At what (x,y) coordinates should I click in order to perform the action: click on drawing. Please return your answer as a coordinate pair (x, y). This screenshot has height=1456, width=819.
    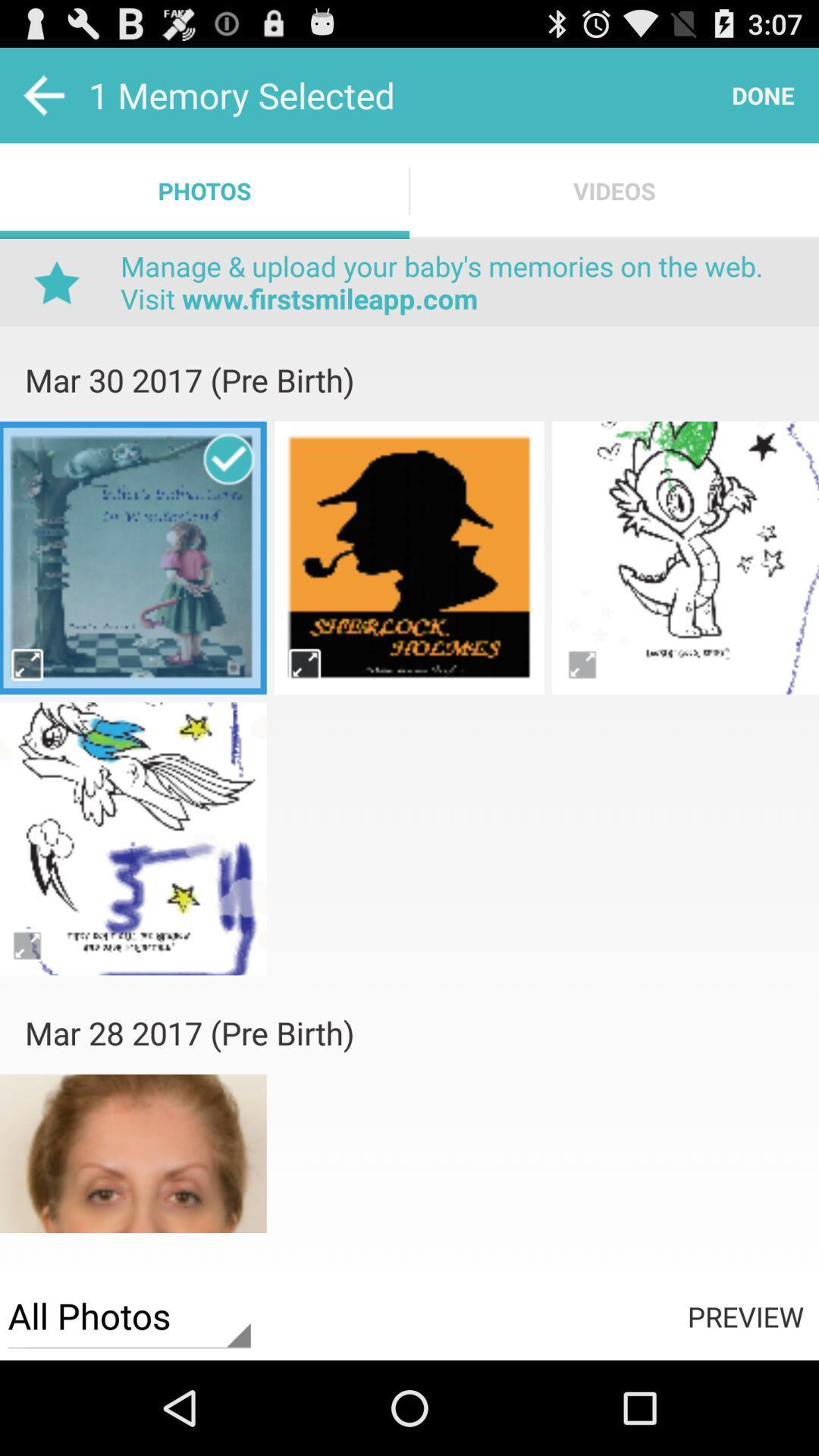
    Looking at the image, I should click on (132, 838).